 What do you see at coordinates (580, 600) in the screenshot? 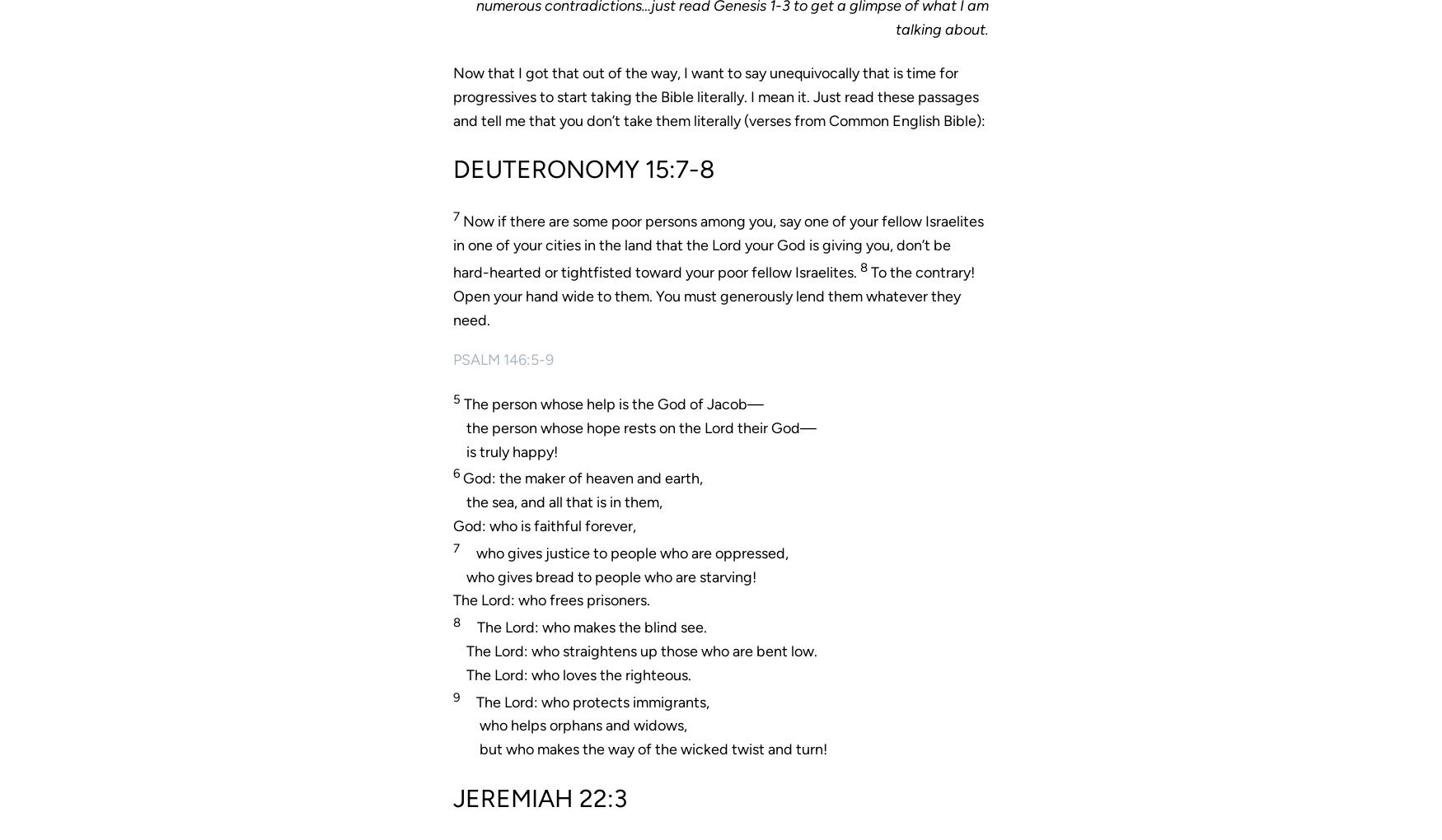
I see `': who frees prisoners.'` at bounding box center [580, 600].